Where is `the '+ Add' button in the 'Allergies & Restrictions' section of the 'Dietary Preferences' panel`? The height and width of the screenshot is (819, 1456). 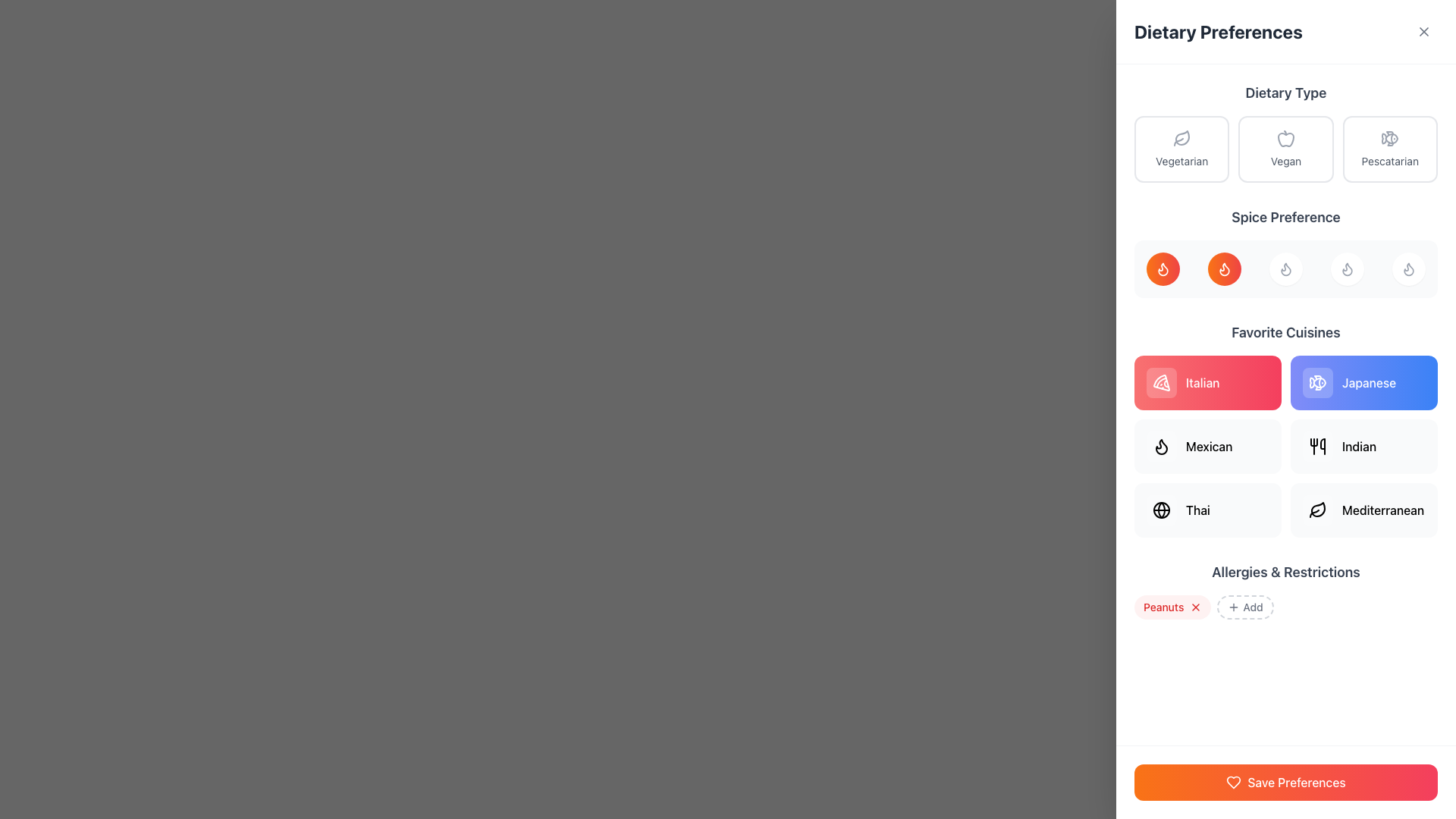 the '+ Add' button in the 'Allergies & Restrictions' section of the 'Dietary Preferences' panel is located at coordinates (1285, 590).